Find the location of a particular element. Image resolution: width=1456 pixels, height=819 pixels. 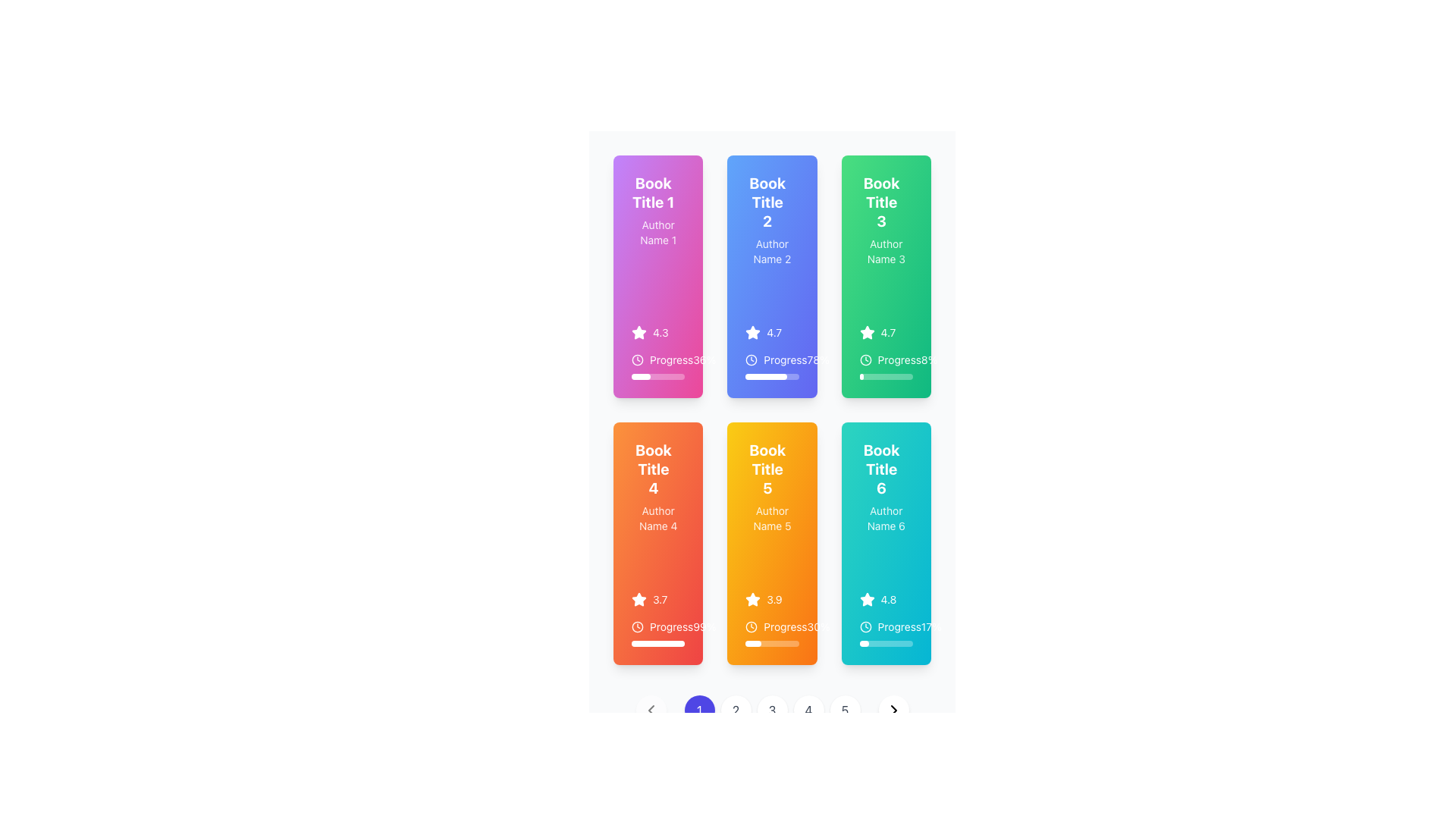

user rating and progress information displayed in the Information display component located within the card for 'Book Title 5', positioned in the second row and second column of the grid layout is located at coordinates (772, 620).